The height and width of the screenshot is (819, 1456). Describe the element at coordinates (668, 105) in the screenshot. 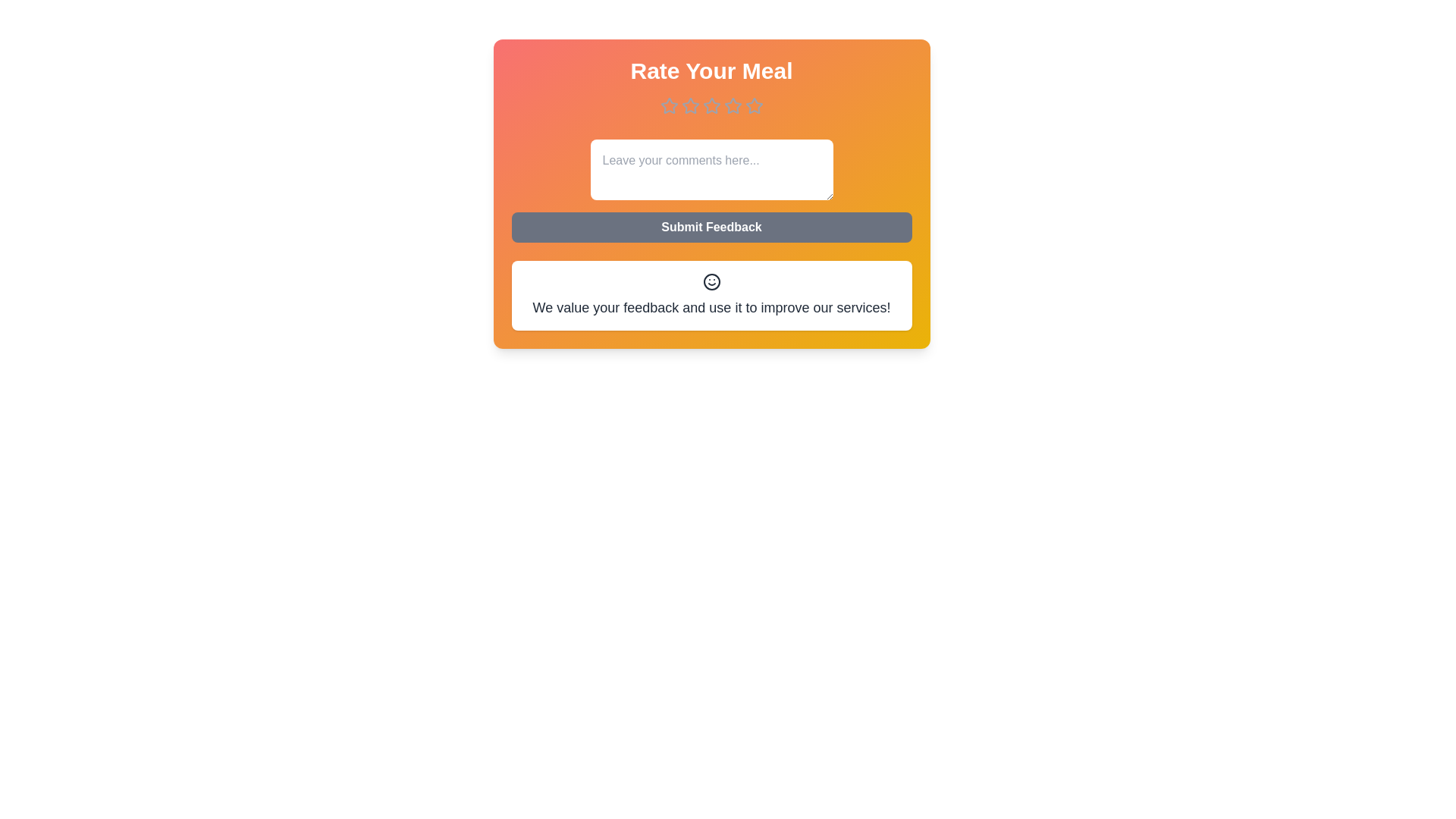

I see `the meal rating to 1 stars by clicking on the corresponding star` at that location.